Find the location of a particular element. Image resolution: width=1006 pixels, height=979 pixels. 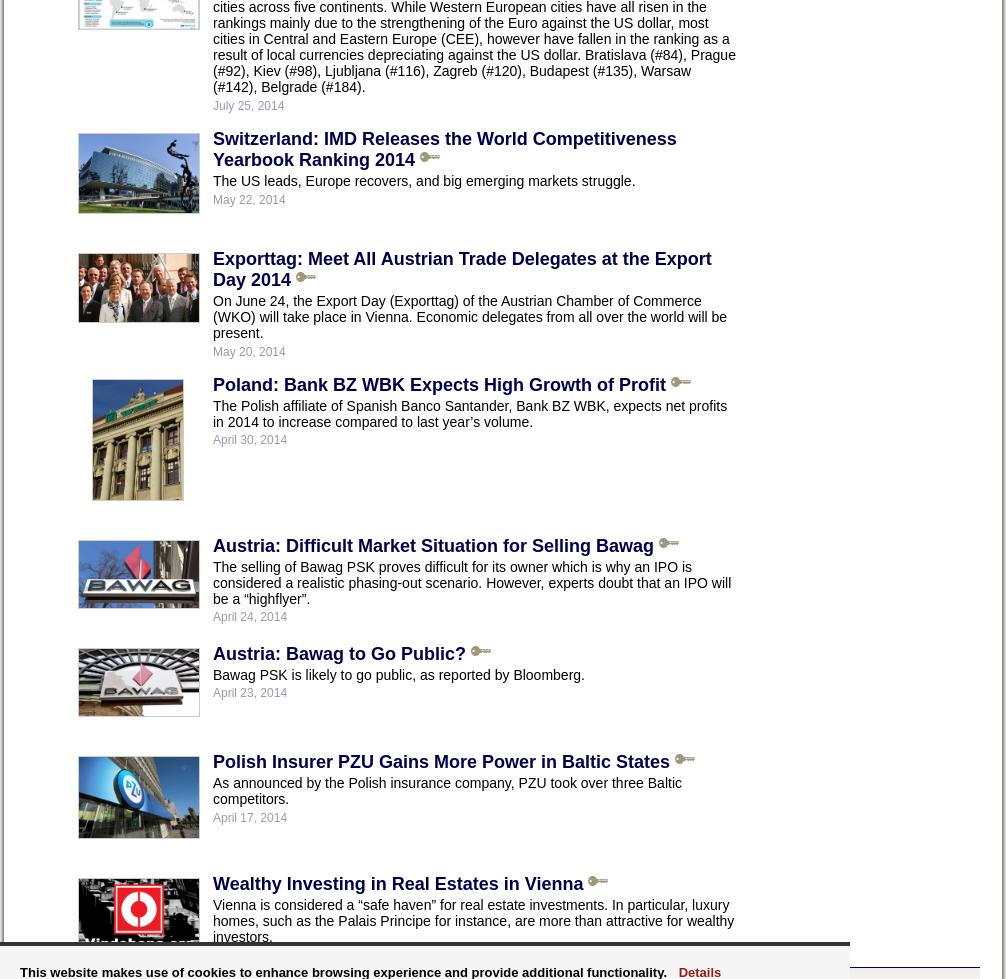

'Switzerland: IMD Releases the World Competitiveness Yearbook Ranking 2014' is located at coordinates (443, 148).